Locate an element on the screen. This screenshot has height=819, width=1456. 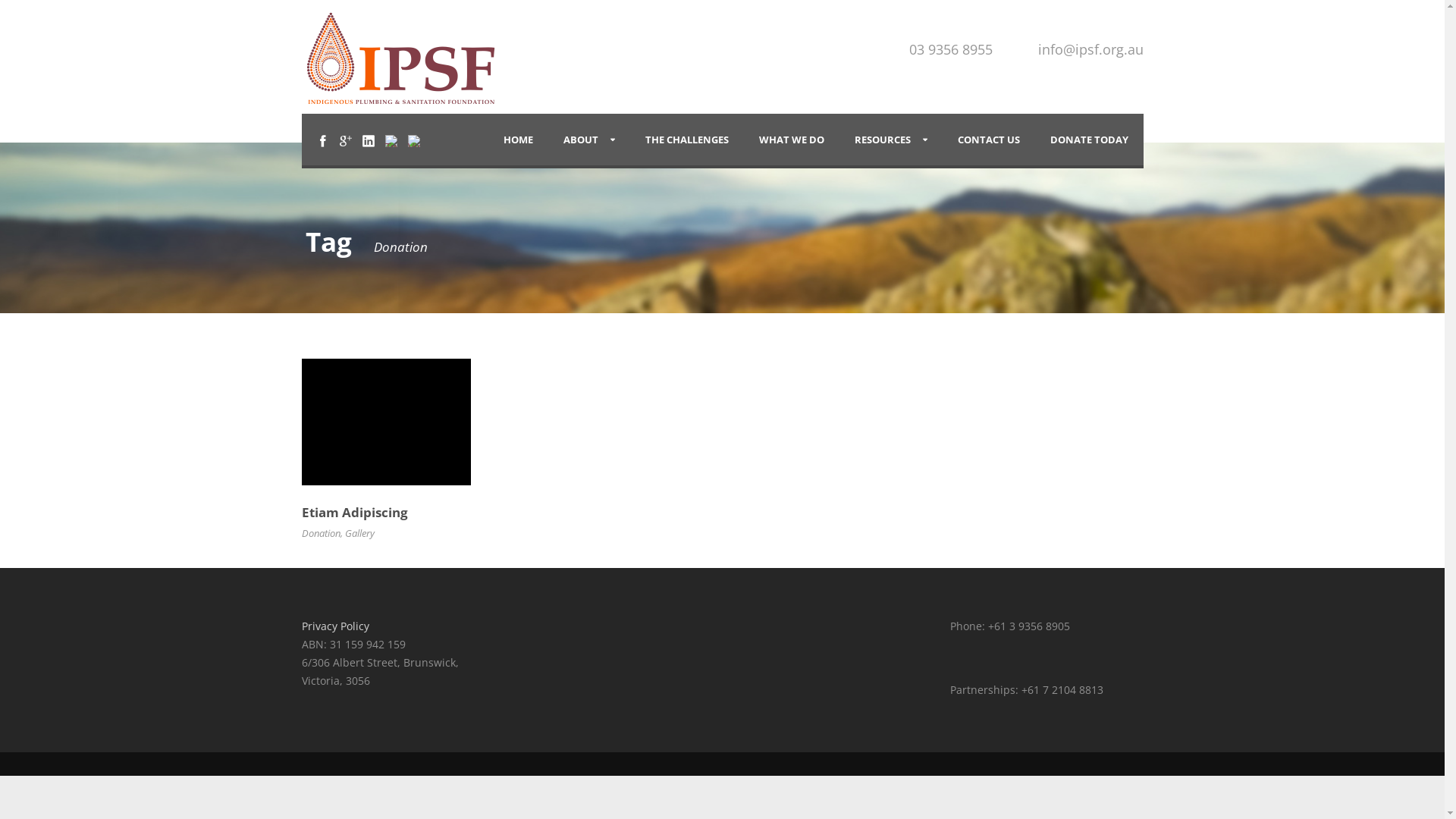
'RESOURCES' is located at coordinates (890, 140).